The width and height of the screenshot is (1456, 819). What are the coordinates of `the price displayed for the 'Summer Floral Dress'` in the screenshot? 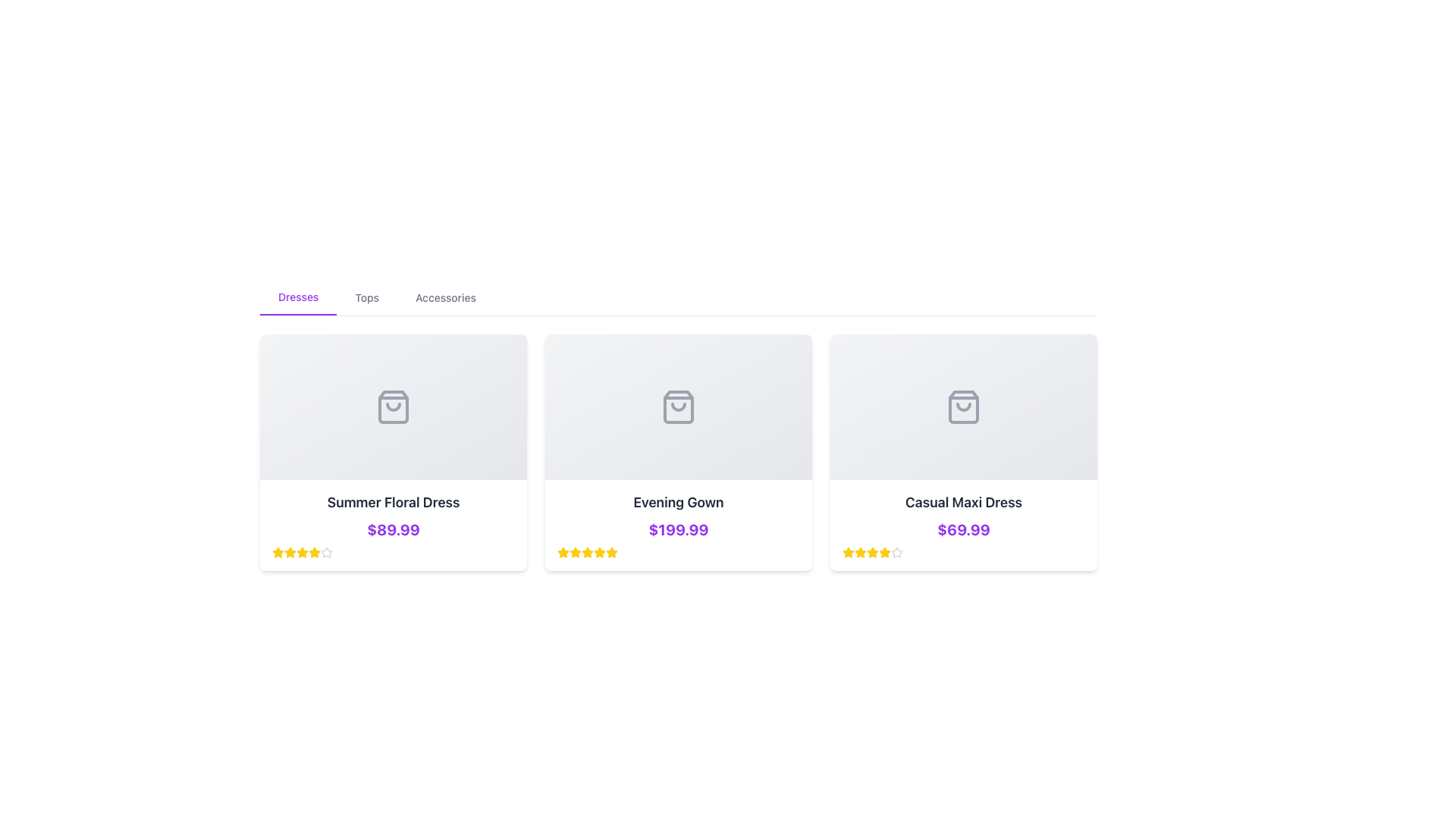 It's located at (393, 529).